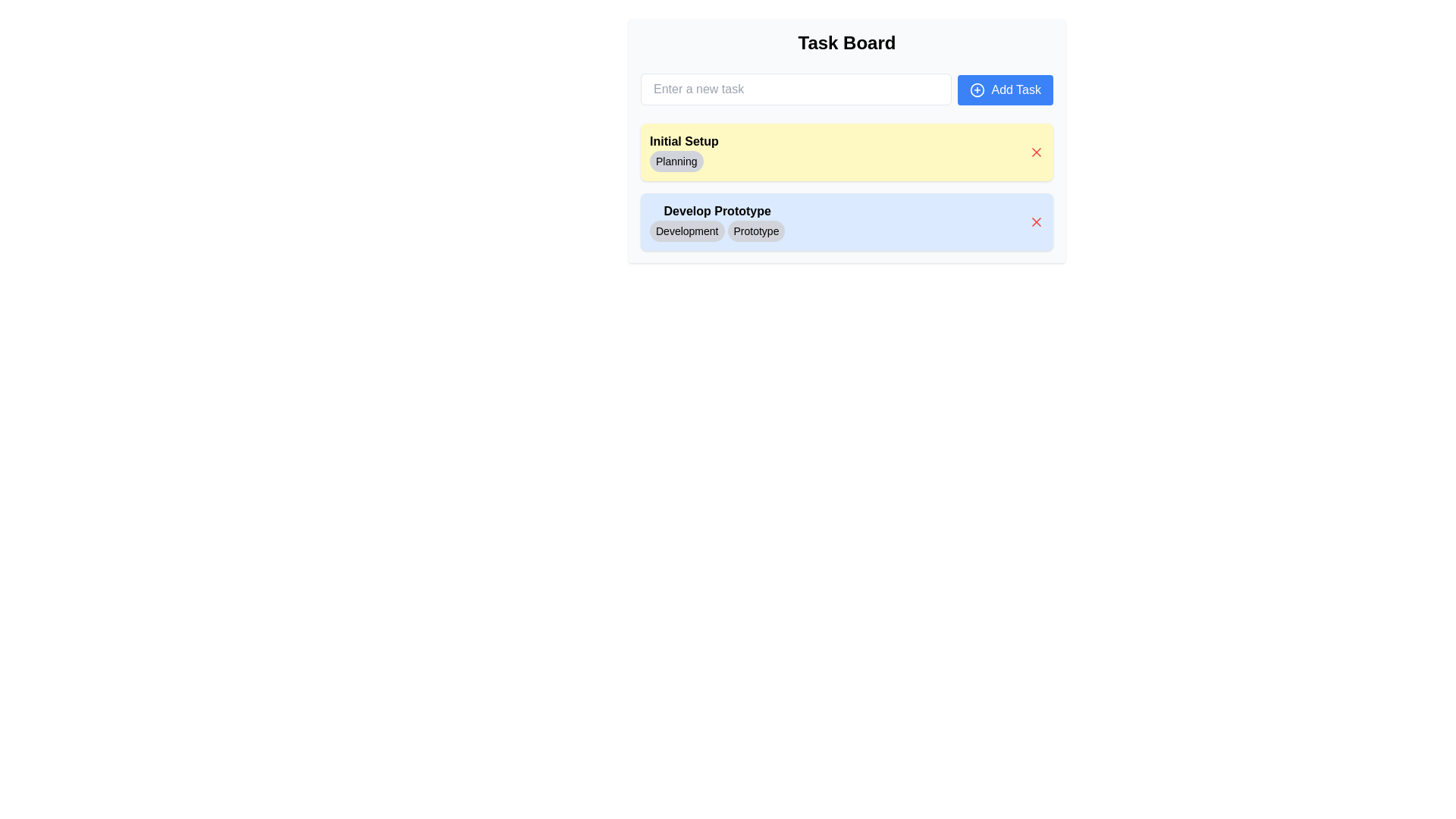 This screenshot has width=1456, height=819. Describe the element at coordinates (676, 161) in the screenshot. I see `the pill-shaped label with the text 'Planning', which is styled with a light gray background and black text, located below the task title in the 'Initial Setup' section` at that location.